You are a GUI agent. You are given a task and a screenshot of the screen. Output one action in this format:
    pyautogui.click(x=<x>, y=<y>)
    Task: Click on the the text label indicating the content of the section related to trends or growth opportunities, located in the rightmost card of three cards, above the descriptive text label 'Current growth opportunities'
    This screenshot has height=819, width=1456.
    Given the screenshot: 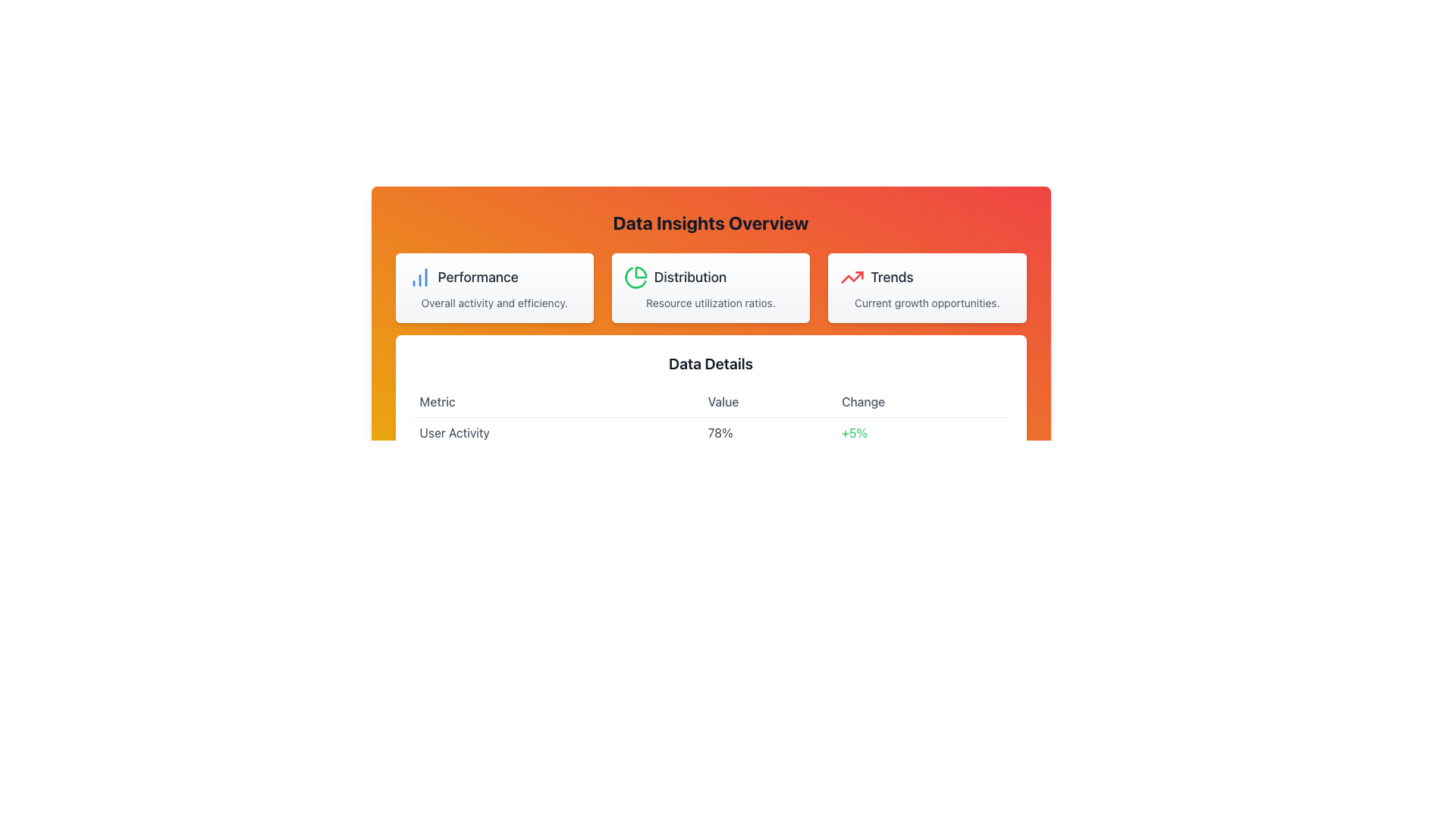 What is the action you would take?
    pyautogui.click(x=892, y=278)
    